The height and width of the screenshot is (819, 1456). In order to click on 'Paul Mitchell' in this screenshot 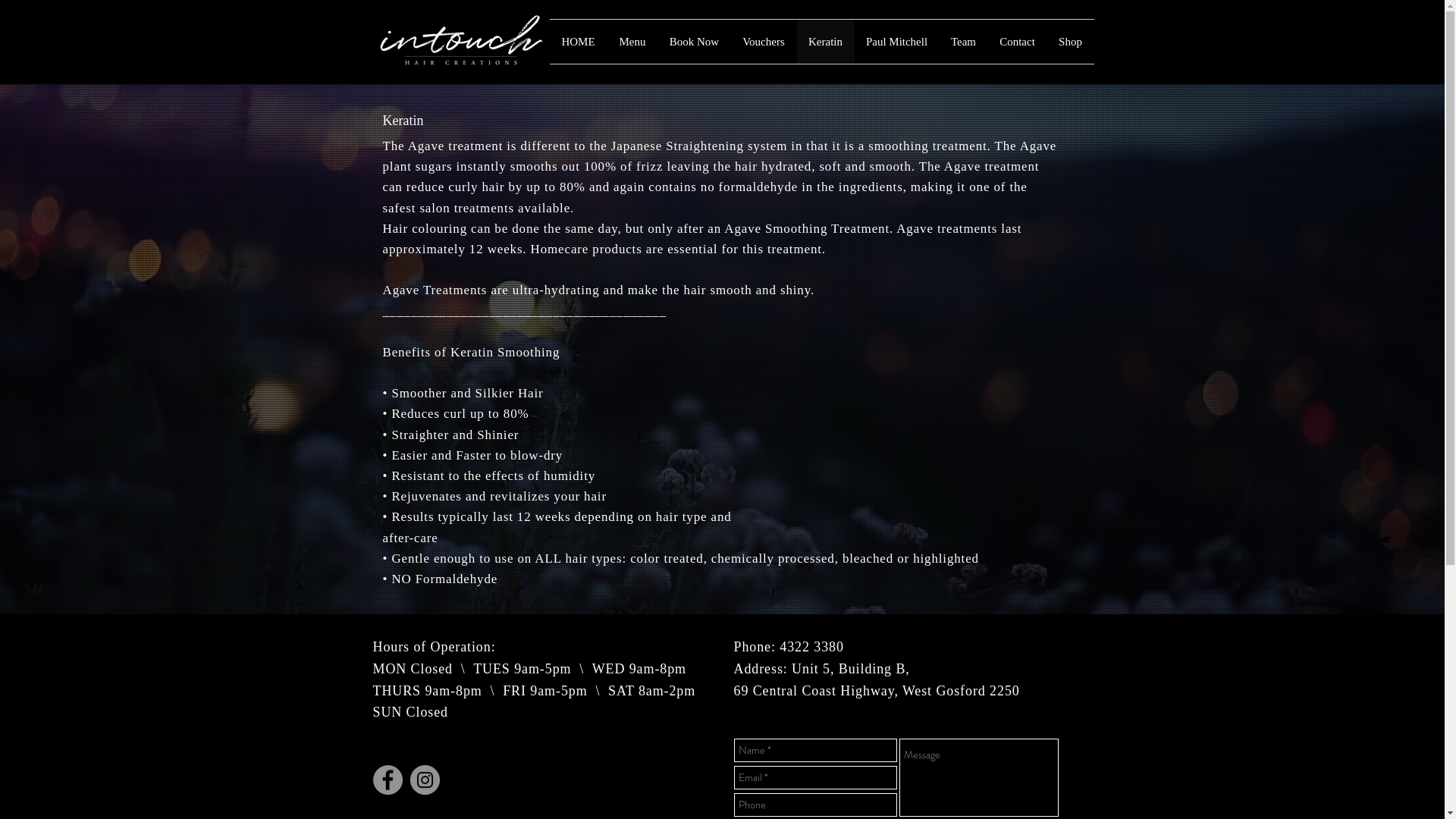, I will do `click(896, 40)`.